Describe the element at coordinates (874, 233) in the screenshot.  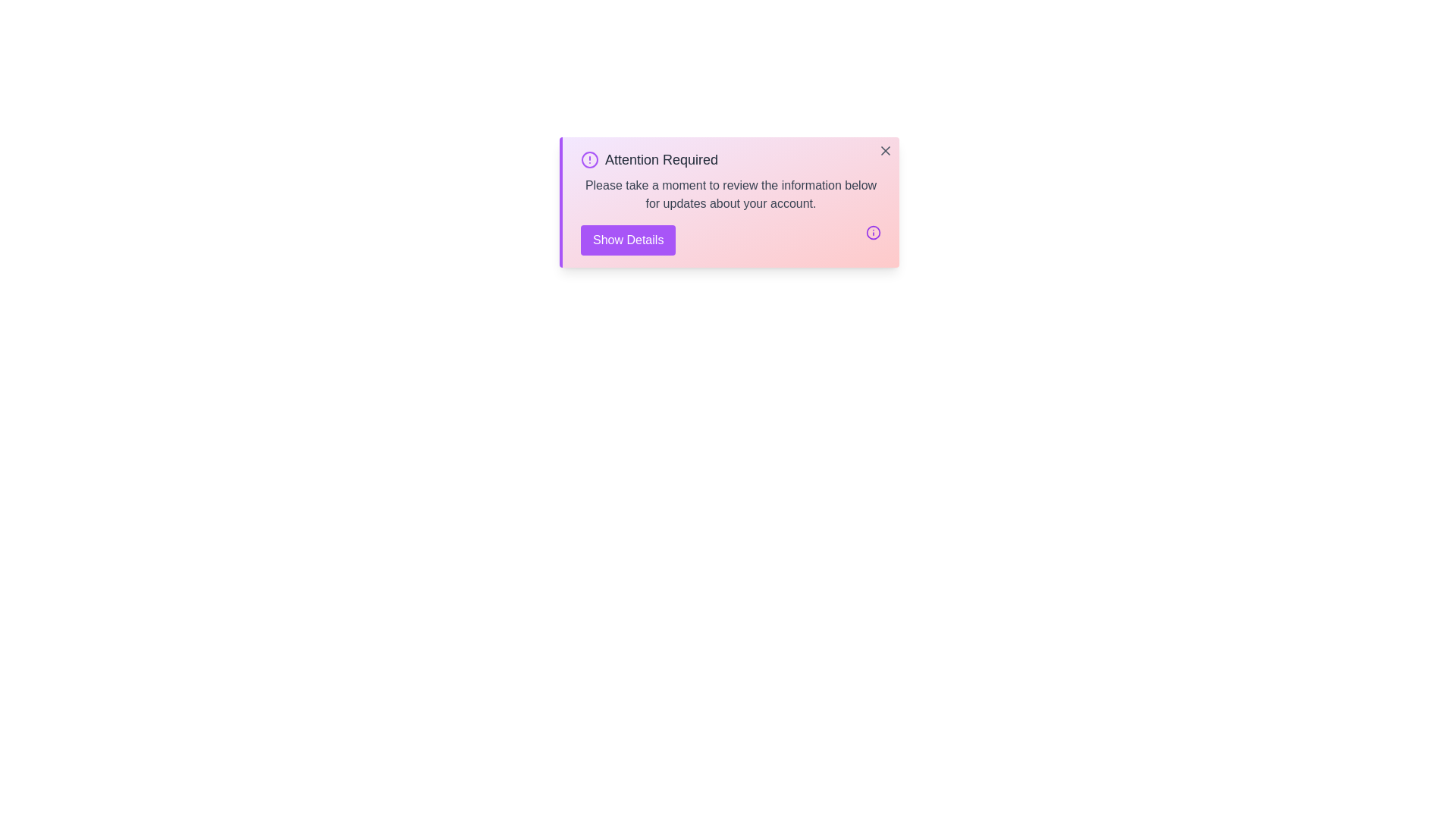
I see `the info icon to view additional information` at that location.